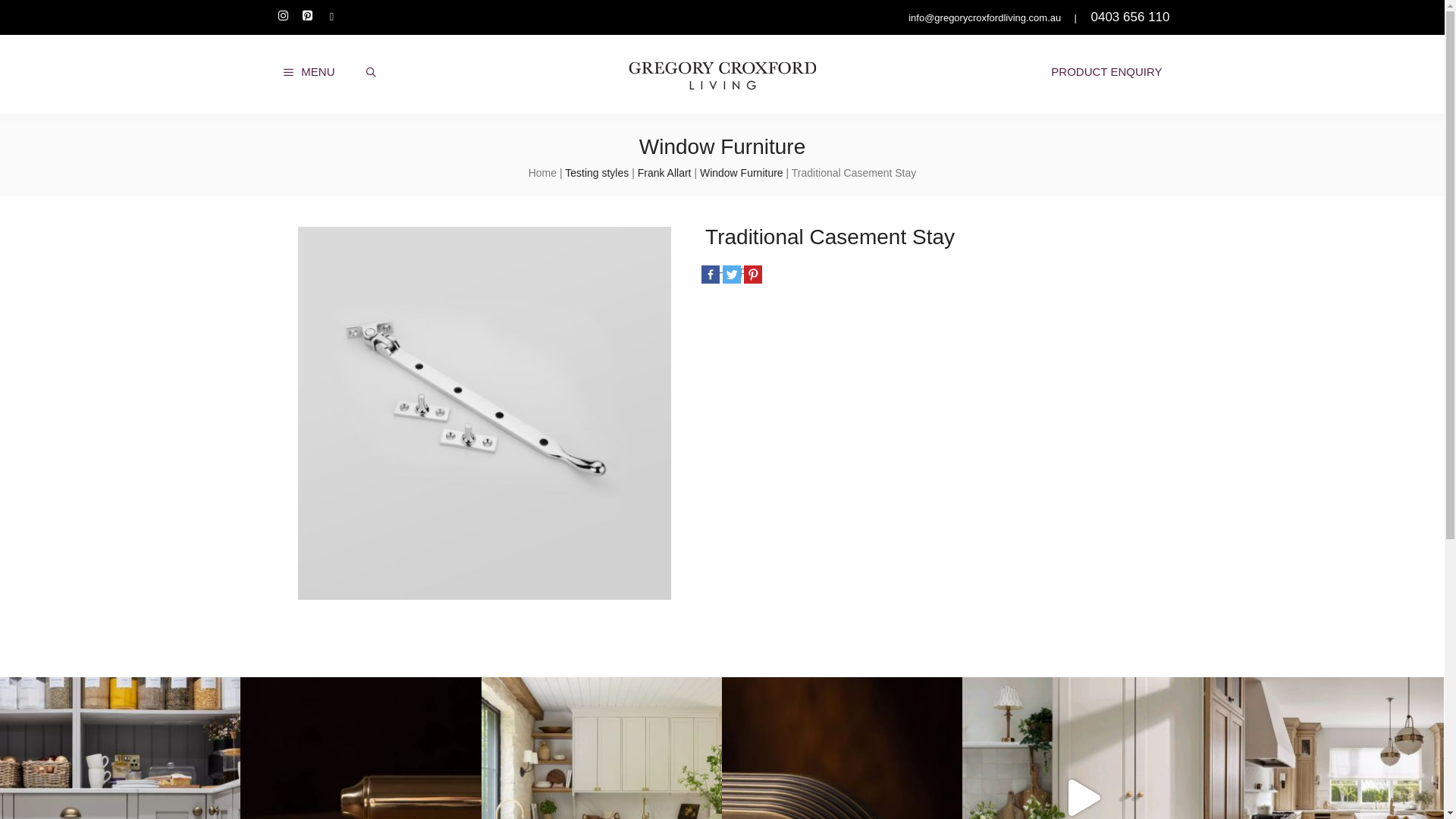 This screenshot has height=819, width=1456. I want to click on '0403 656 110', so click(1129, 17).